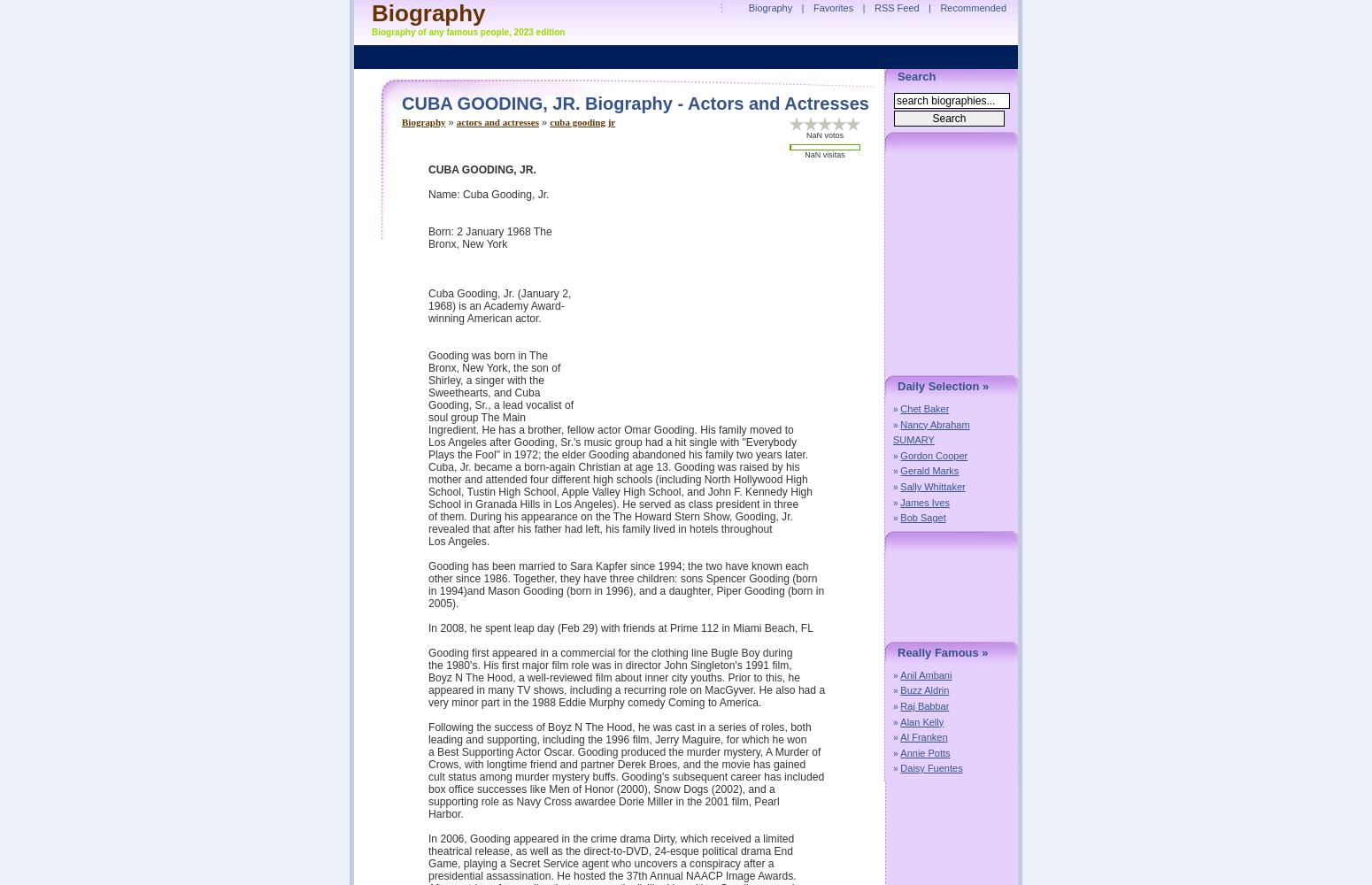  I want to click on 'Los Angeles after Gooding, Sr.'s music group had a hit single with "Everybody', so click(428, 442).